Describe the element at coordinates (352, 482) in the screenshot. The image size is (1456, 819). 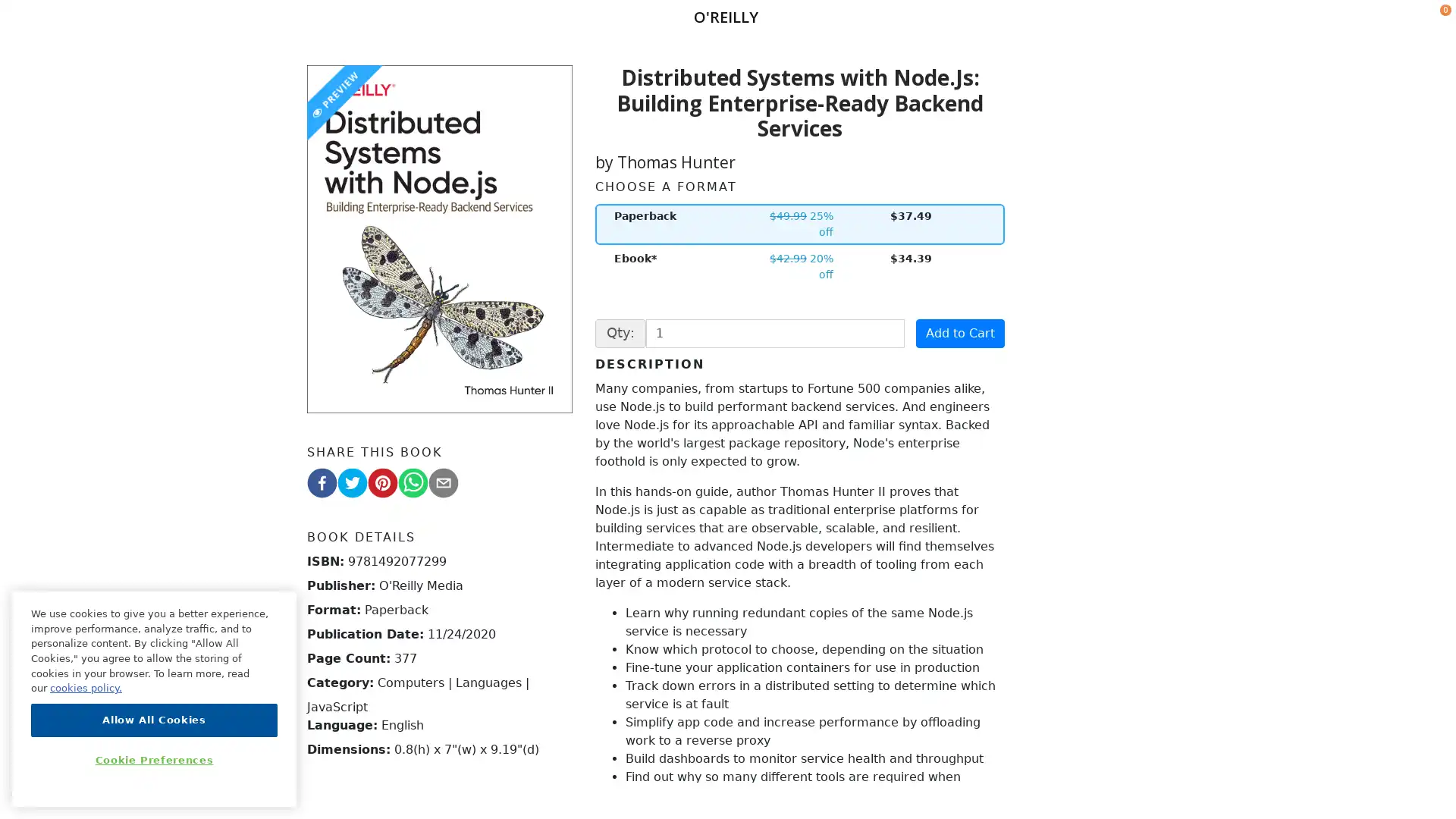
I see `twitter` at that location.